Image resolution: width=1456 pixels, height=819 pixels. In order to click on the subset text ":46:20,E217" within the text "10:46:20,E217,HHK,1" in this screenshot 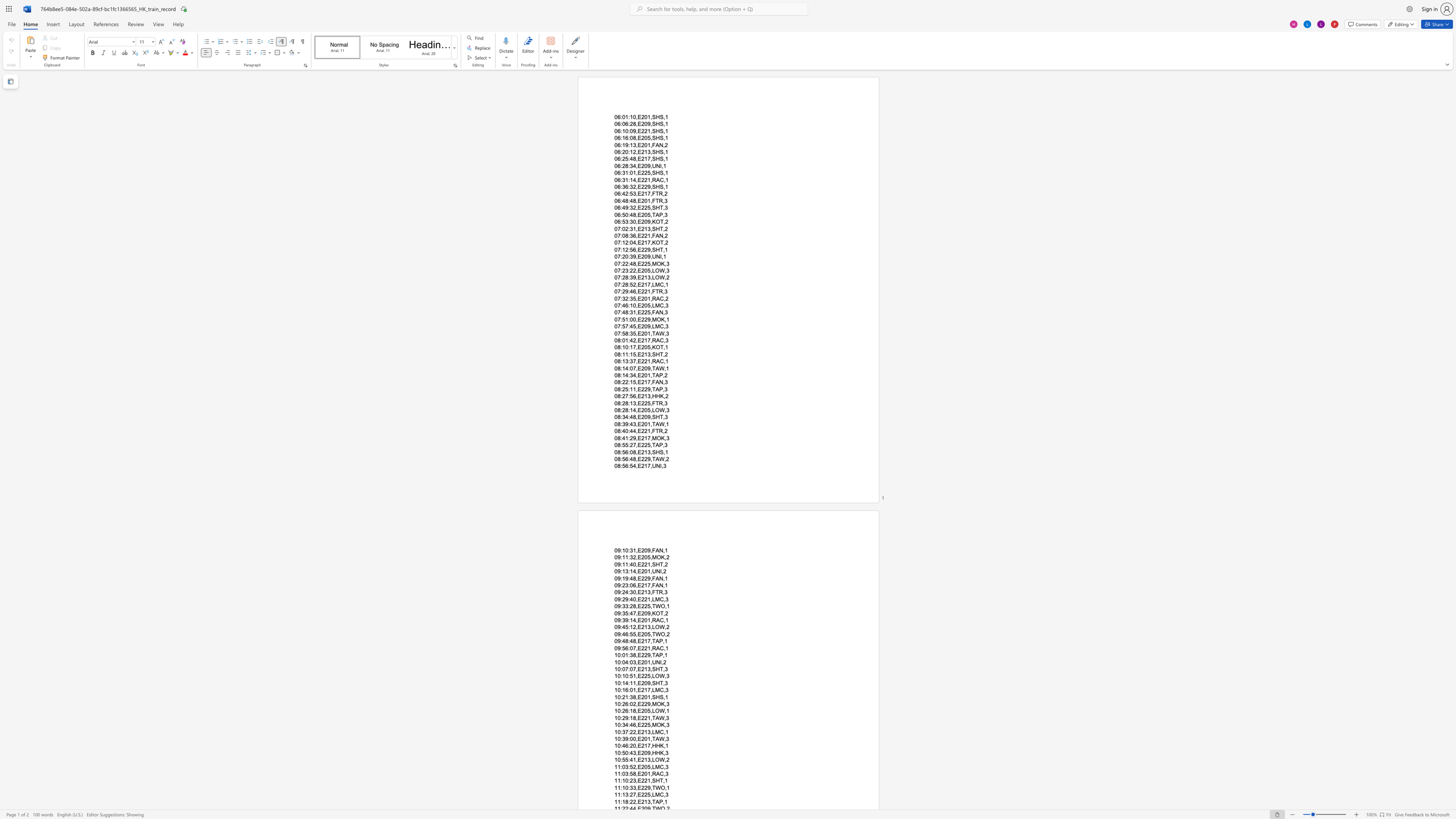, I will do `click(620, 745)`.